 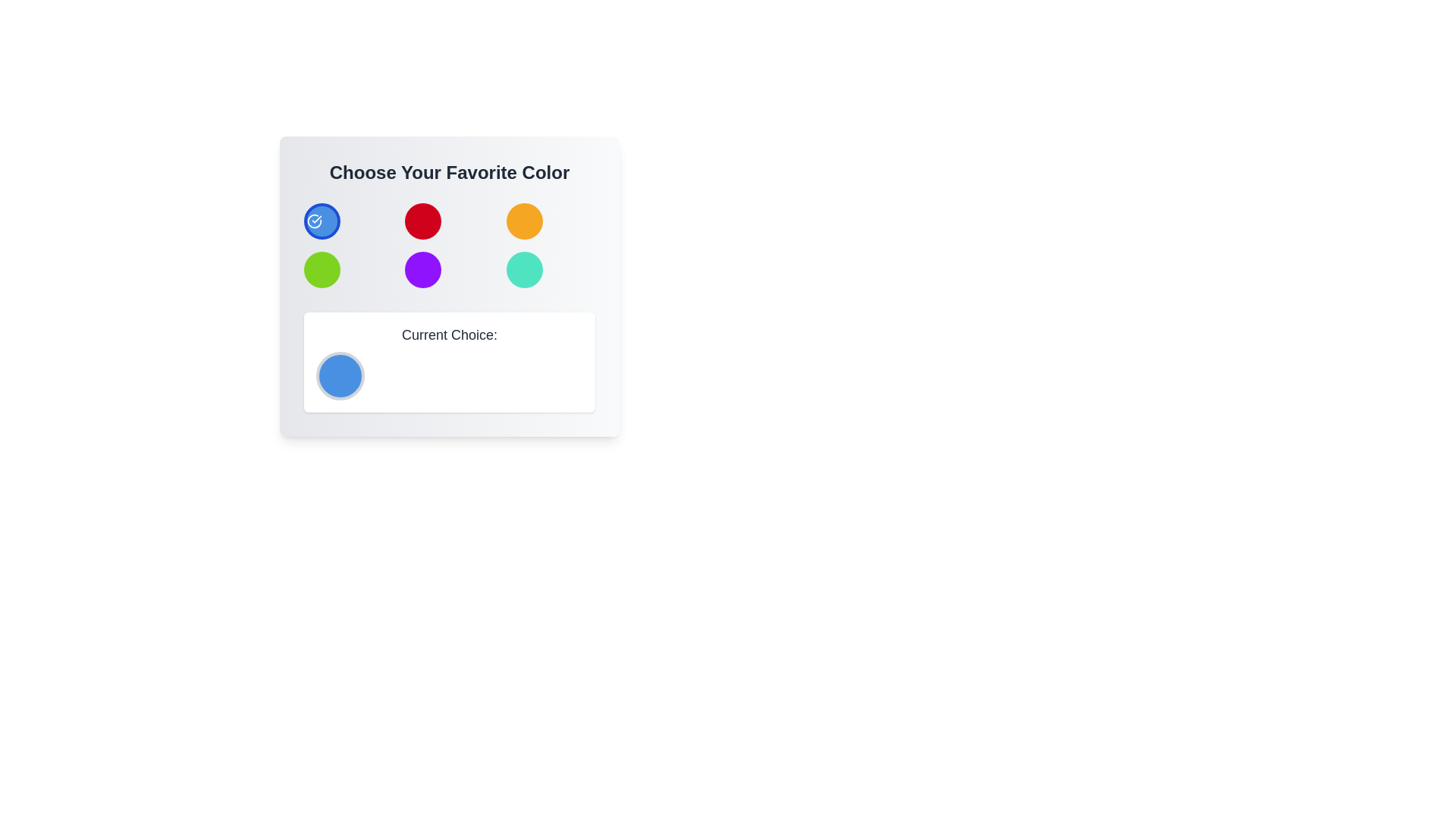 What do you see at coordinates (423, 221) in the screenshot?
I see `the circular button with a bright red background, which is the second item in the first row of a three-column grid` at bounding box center [423, 221].